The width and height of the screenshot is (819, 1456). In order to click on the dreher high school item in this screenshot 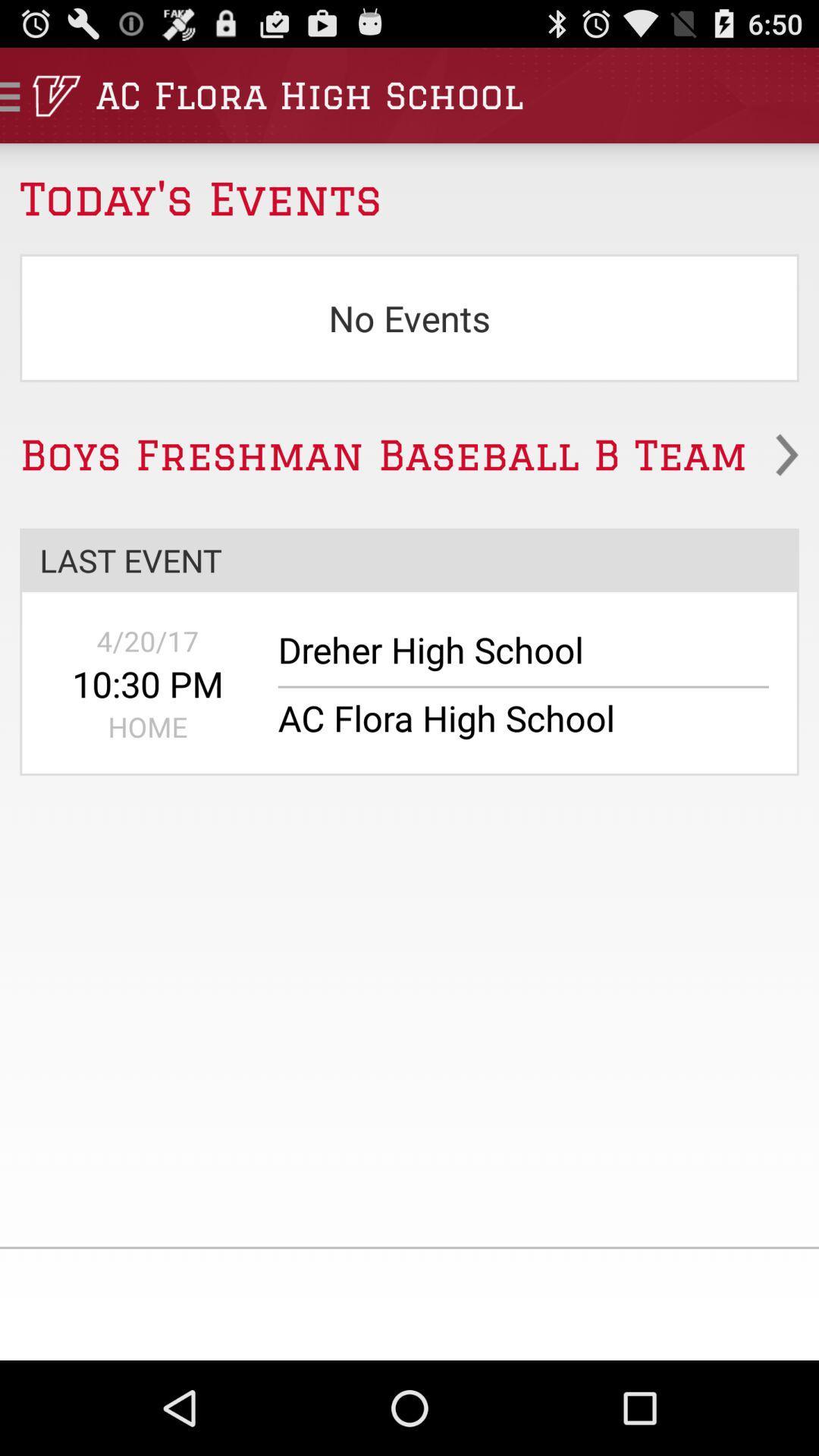, I will do `click(513, 657)`.